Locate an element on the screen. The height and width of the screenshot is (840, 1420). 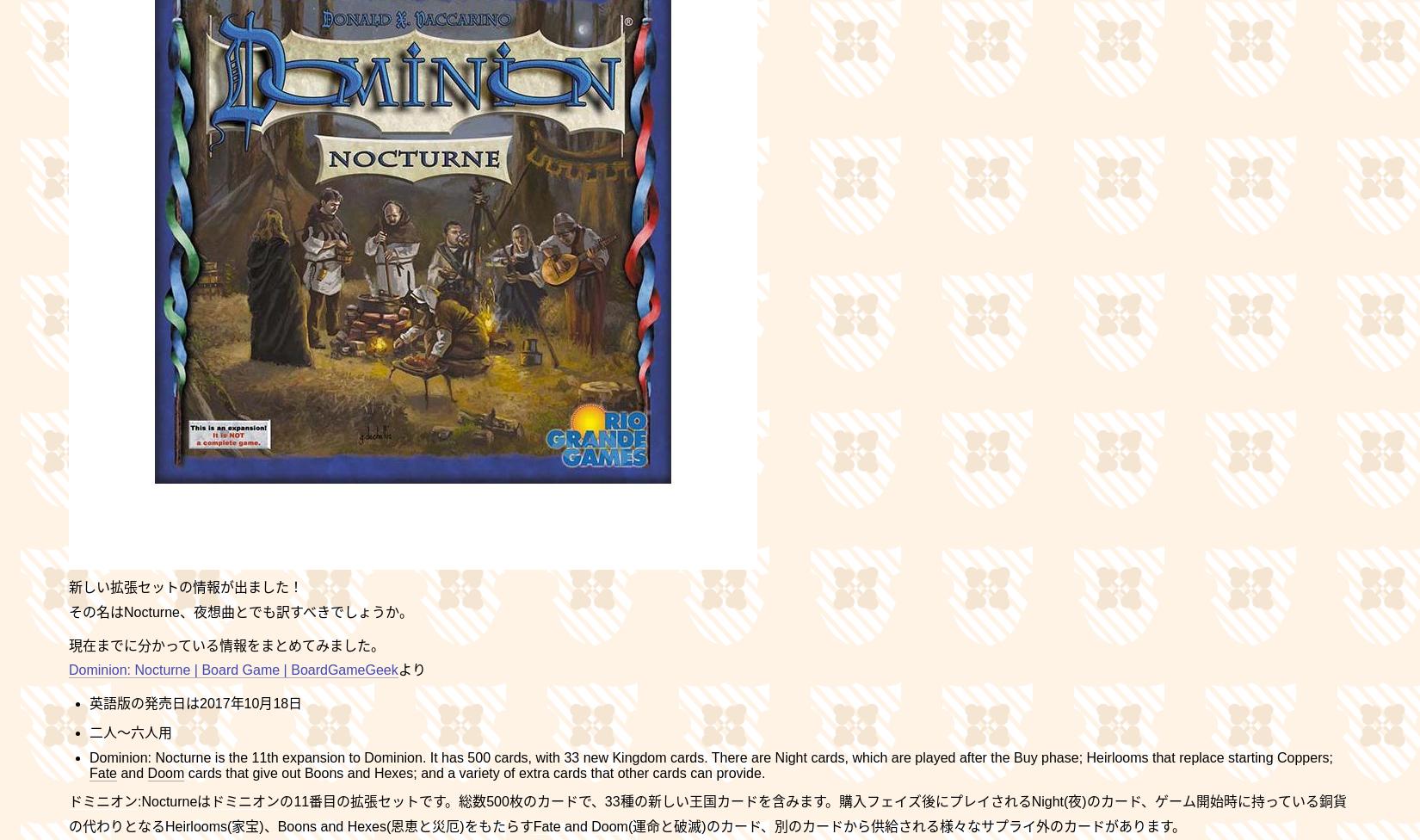
'Dominion: Nocturne | Board Game | BoardGameGeek' is located at coordinates (232, 670).